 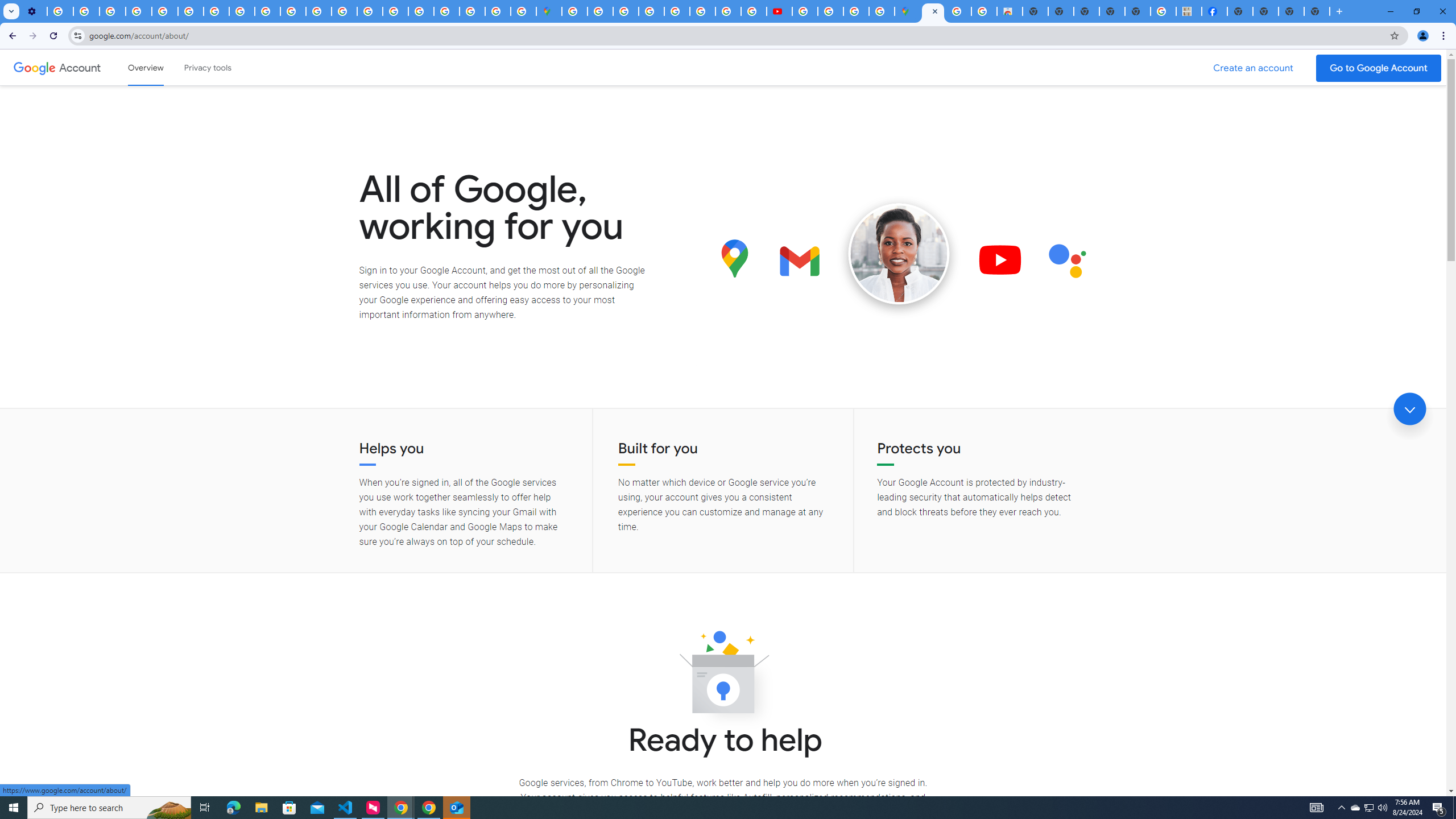 What do you see at coordinates (1379, 68) in the screenshot?
I see `'Go to your Google Account'` at bounding box center [1379, 68].